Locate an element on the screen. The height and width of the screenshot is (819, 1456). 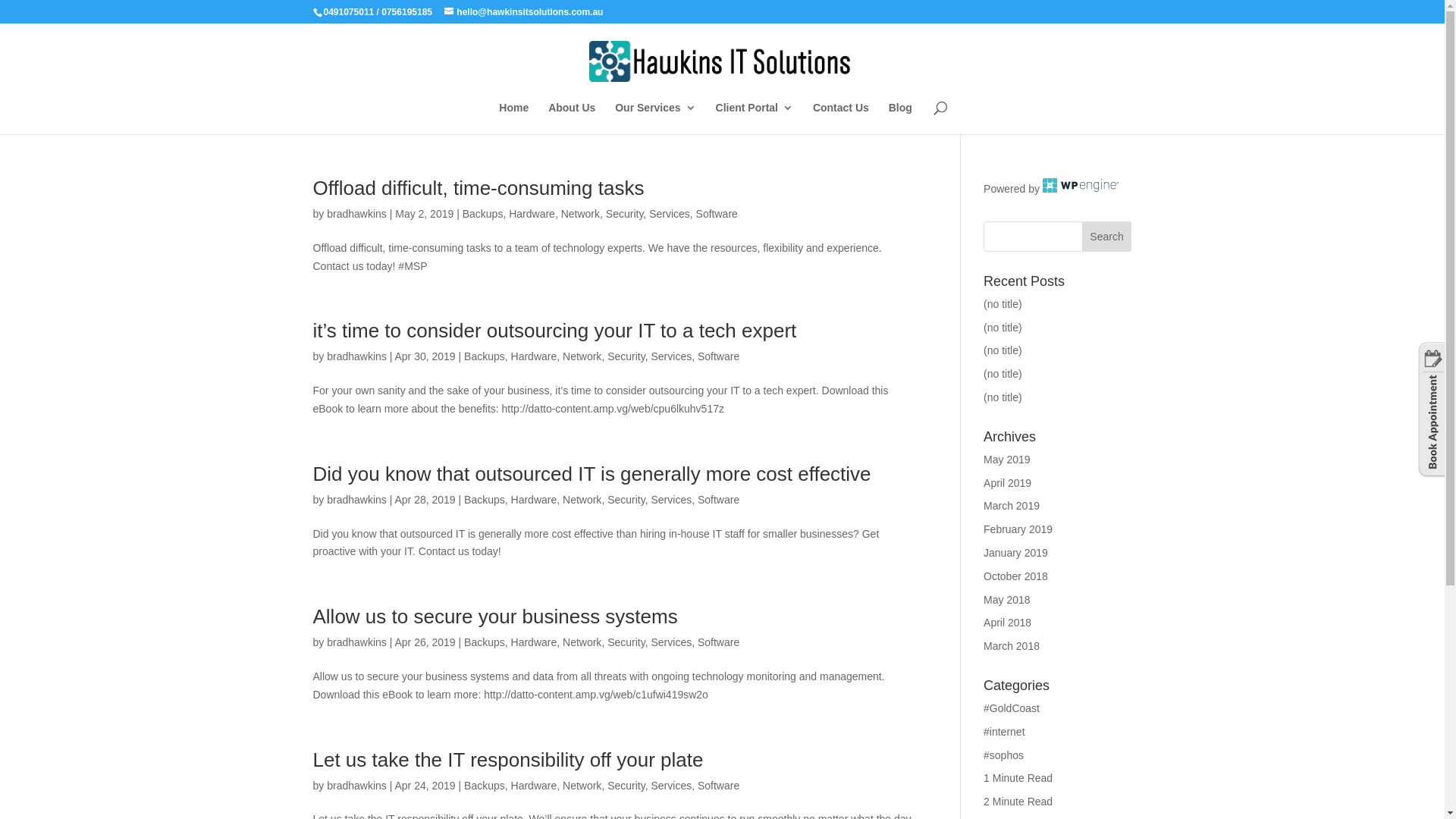
'1 Minute Read' is located at coordinates (1018, 778).